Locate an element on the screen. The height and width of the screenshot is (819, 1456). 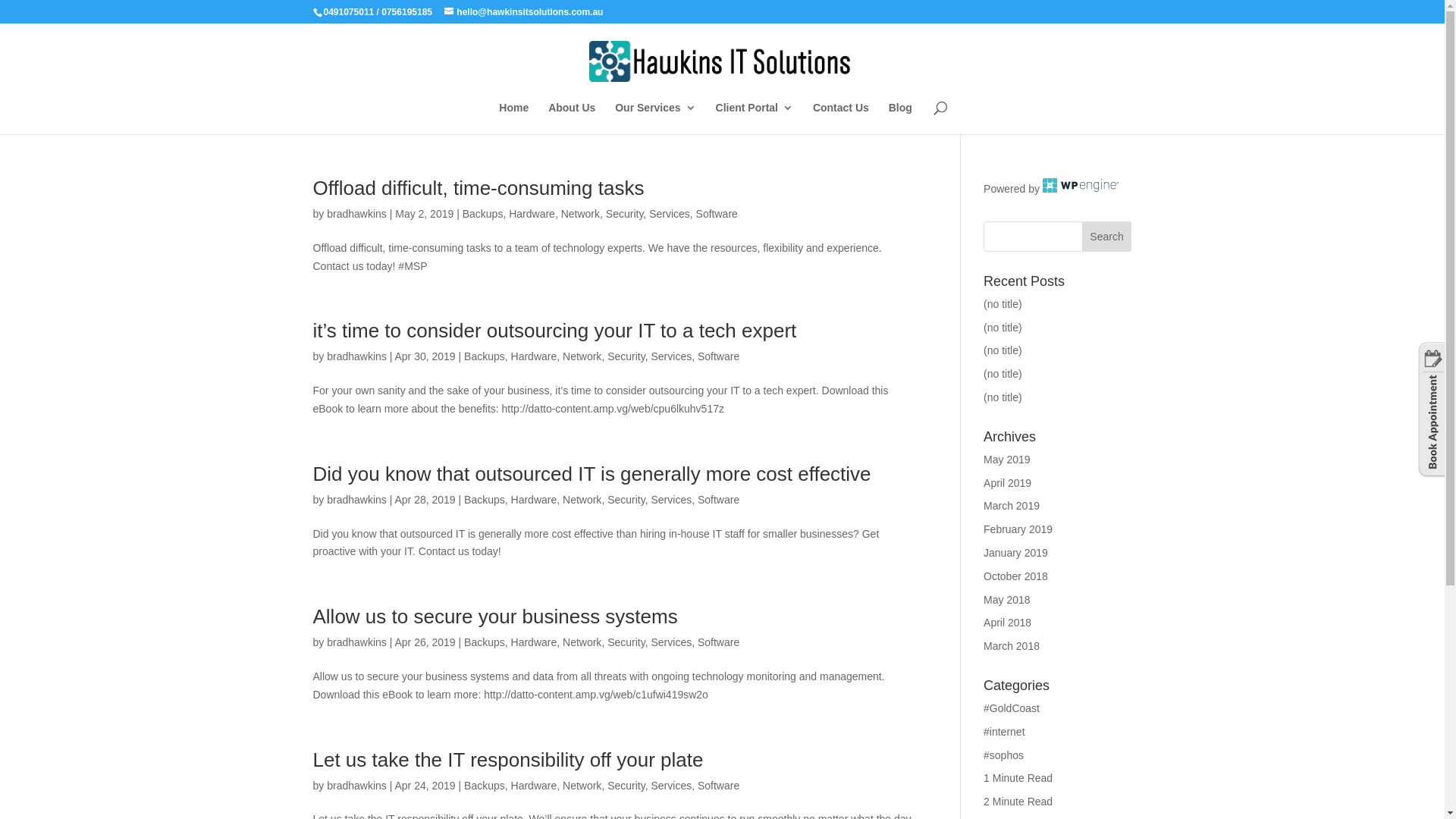
'1 Minute Read' is located at coordinates (1018, 778).